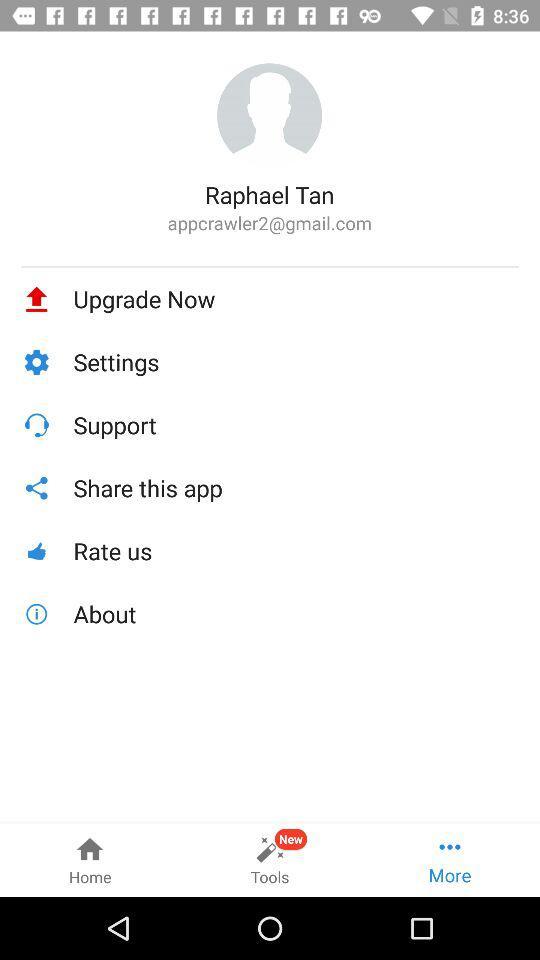  Describe the element at coordinates (269, 194) in the screenshot. I see `the icon above appcrawler2@gmail.com icon` at that location.